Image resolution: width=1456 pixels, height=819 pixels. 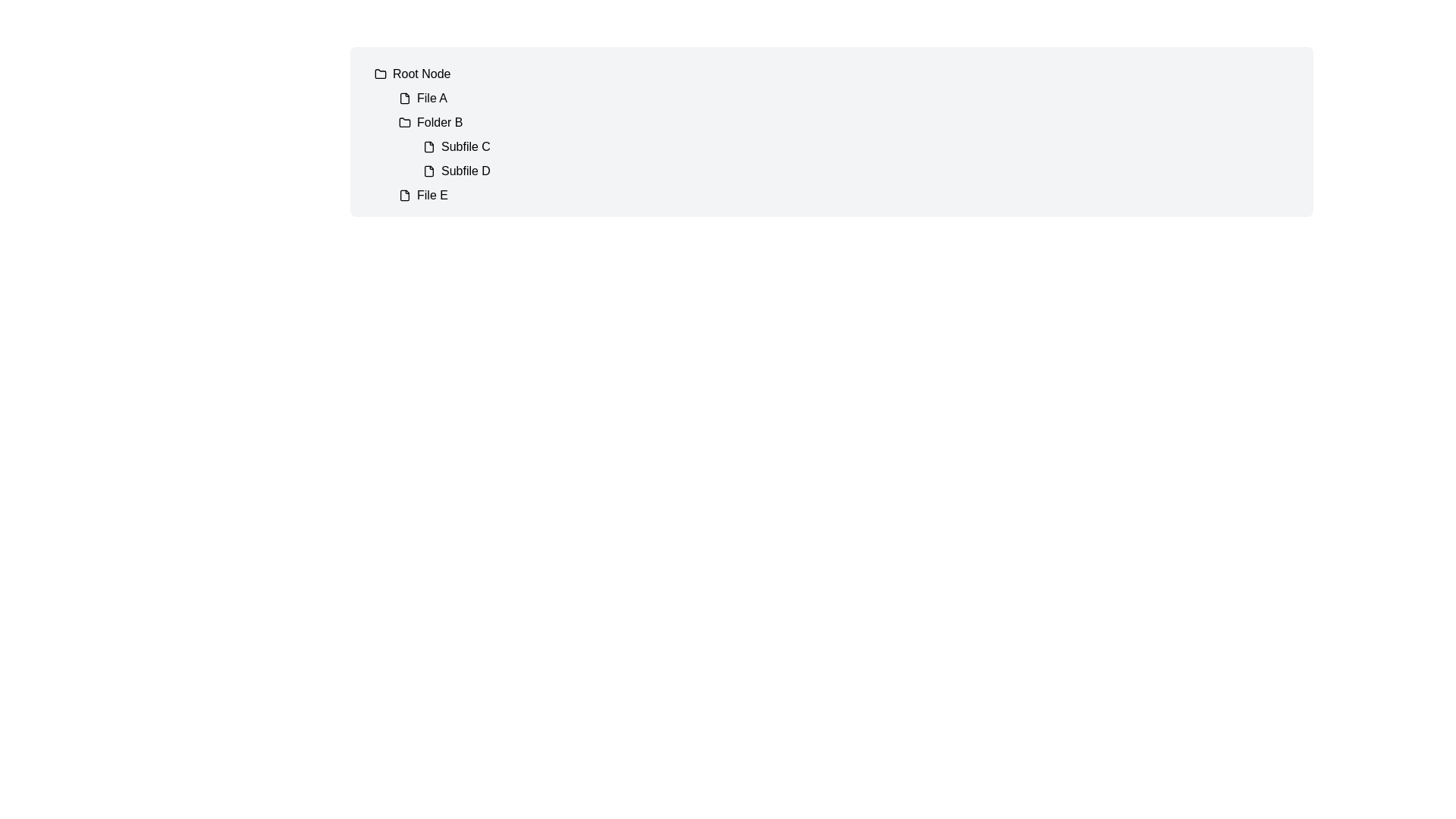 What do you see at coordinates (404, 99) in the screenshot?
I see `the main body part of the file icon representing 'File A' in the tree view interface` at bounding box center [404, 99].